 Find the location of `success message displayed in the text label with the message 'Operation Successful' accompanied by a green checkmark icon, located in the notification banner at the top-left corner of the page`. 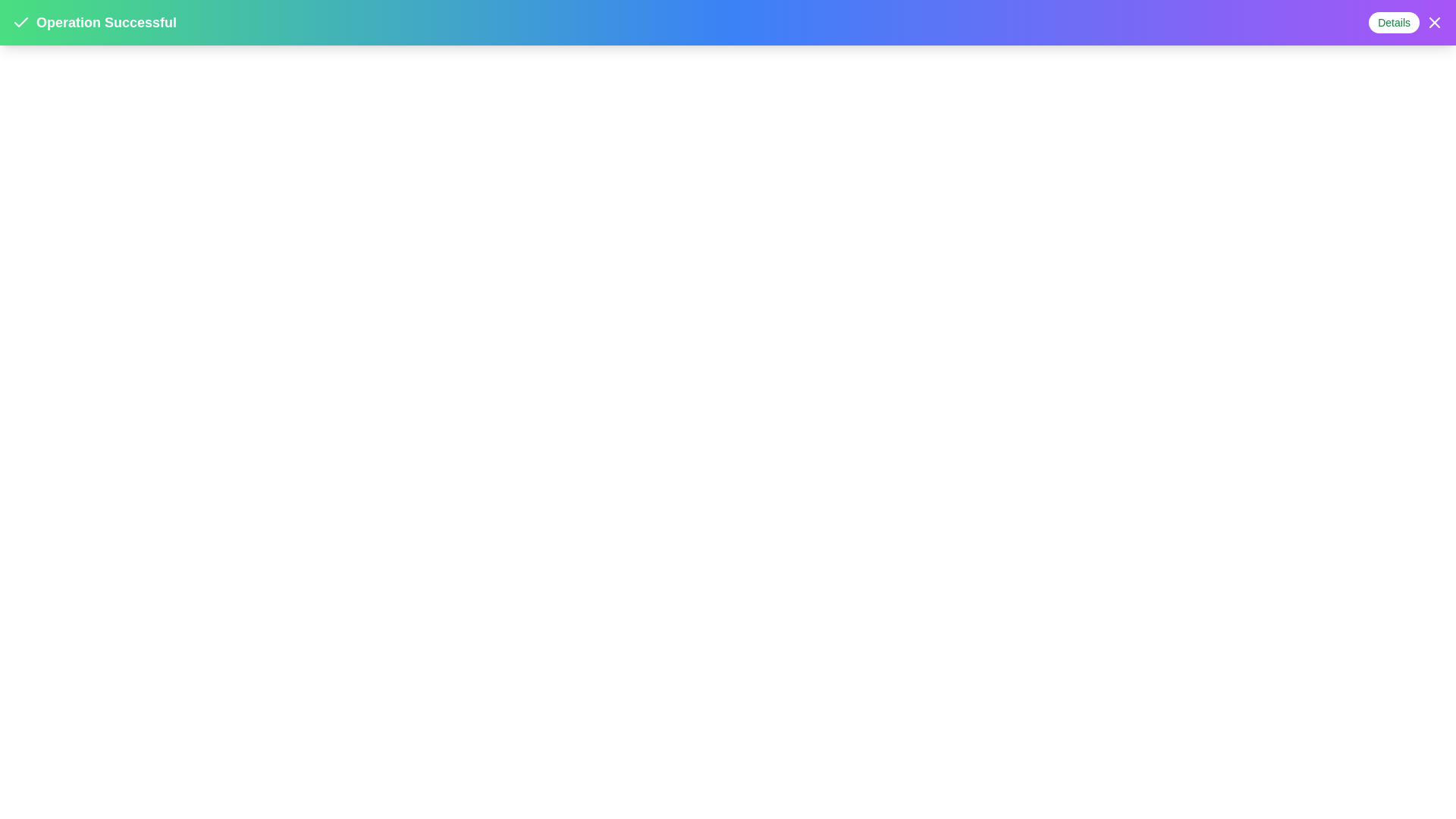

success message displayed in the text label with the message 'Operation Successful' accompanied by a green checkmark icon, located in the notification banner at the top-left corner of the page is located at coordinates (93, 23).